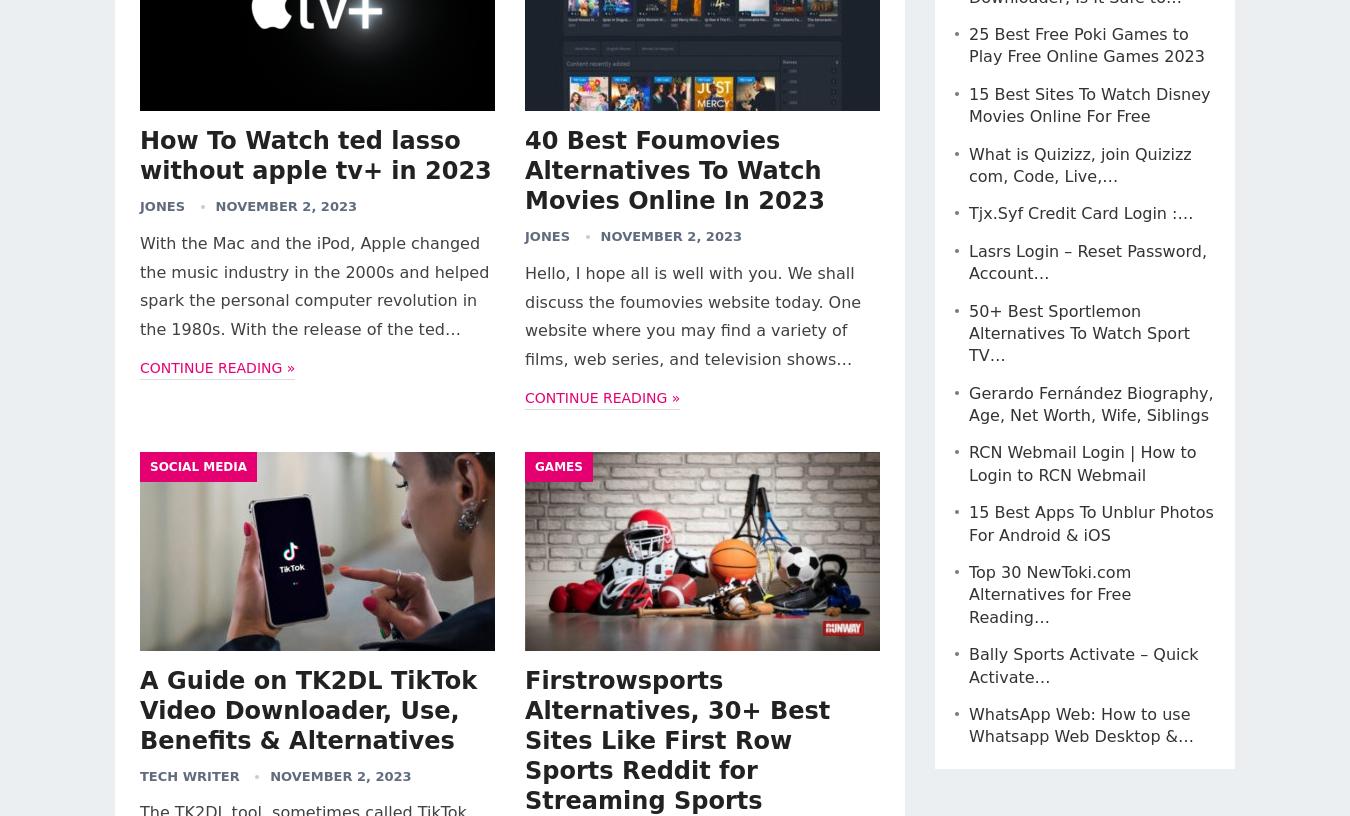 This screenshot has height=816, width=1350. What do you see at coordinates (1082, 462) in the screenshot?
I see `'RCN Webmail Login | How to Login to RCN Webmail'` at bounding box center [1082, 462].